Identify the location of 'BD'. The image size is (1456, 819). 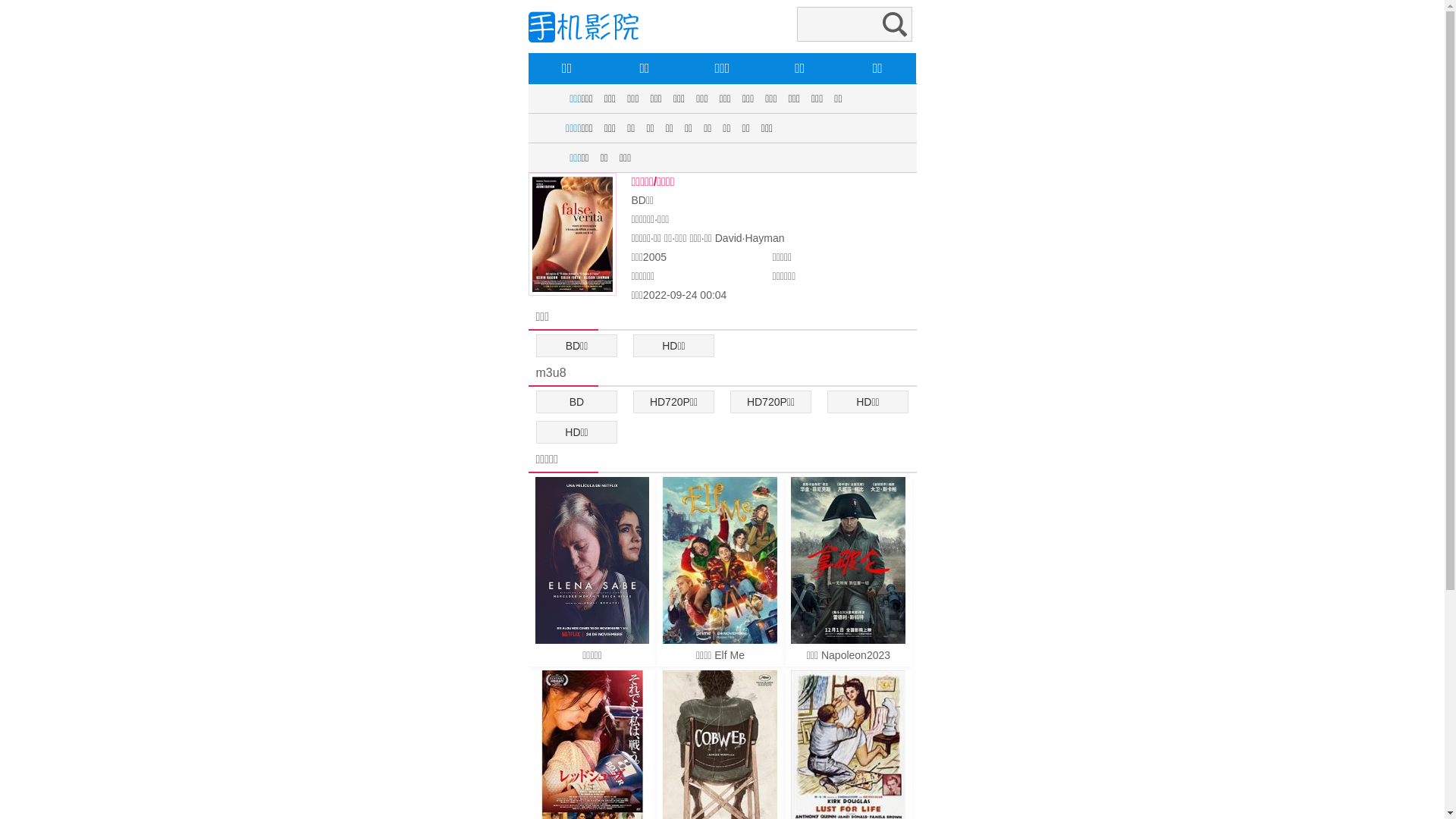
(576, 400).